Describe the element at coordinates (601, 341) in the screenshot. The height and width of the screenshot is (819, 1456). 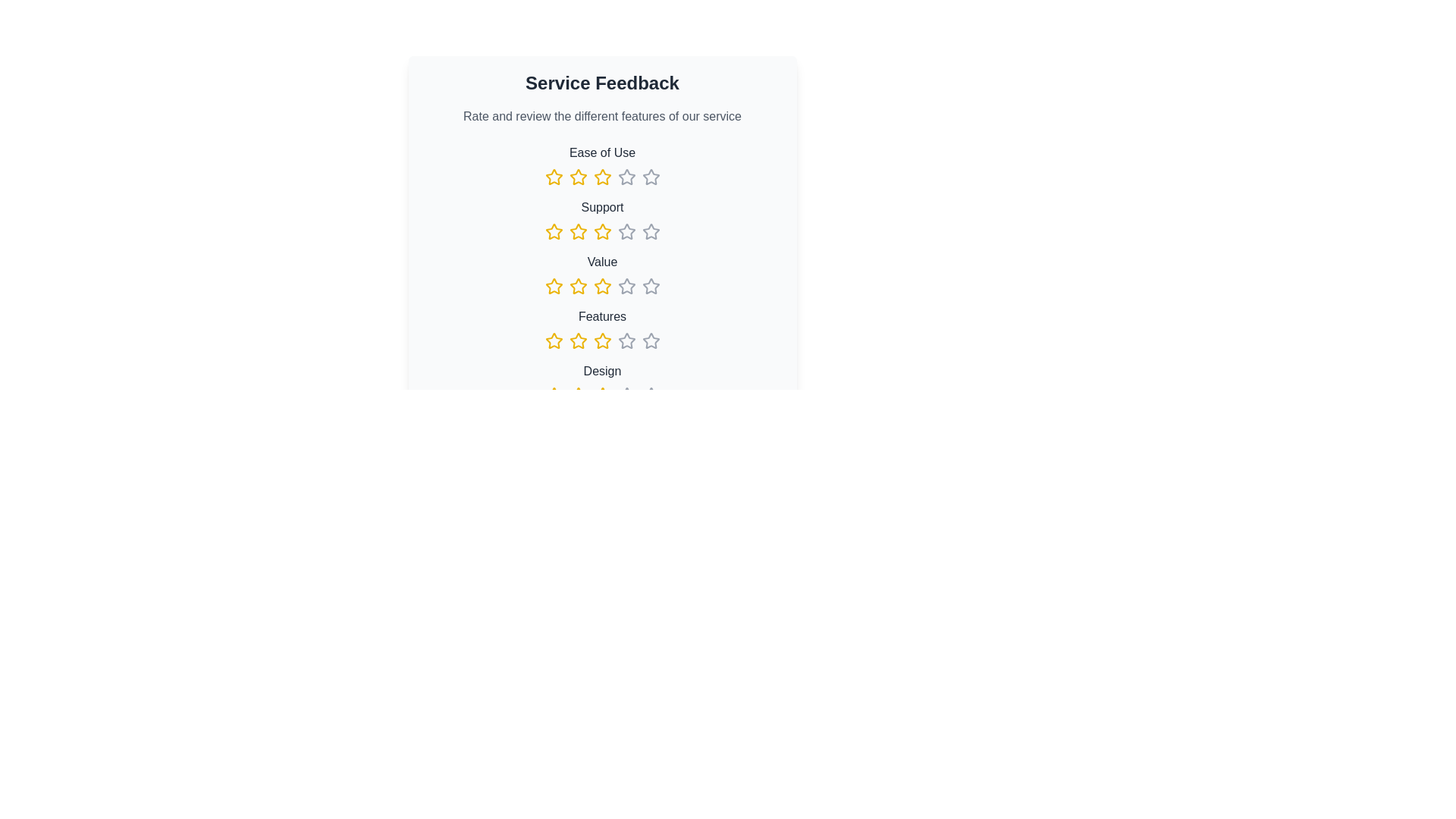
I see `the fourth star icon in the Features rating row to give a rating` at that location.